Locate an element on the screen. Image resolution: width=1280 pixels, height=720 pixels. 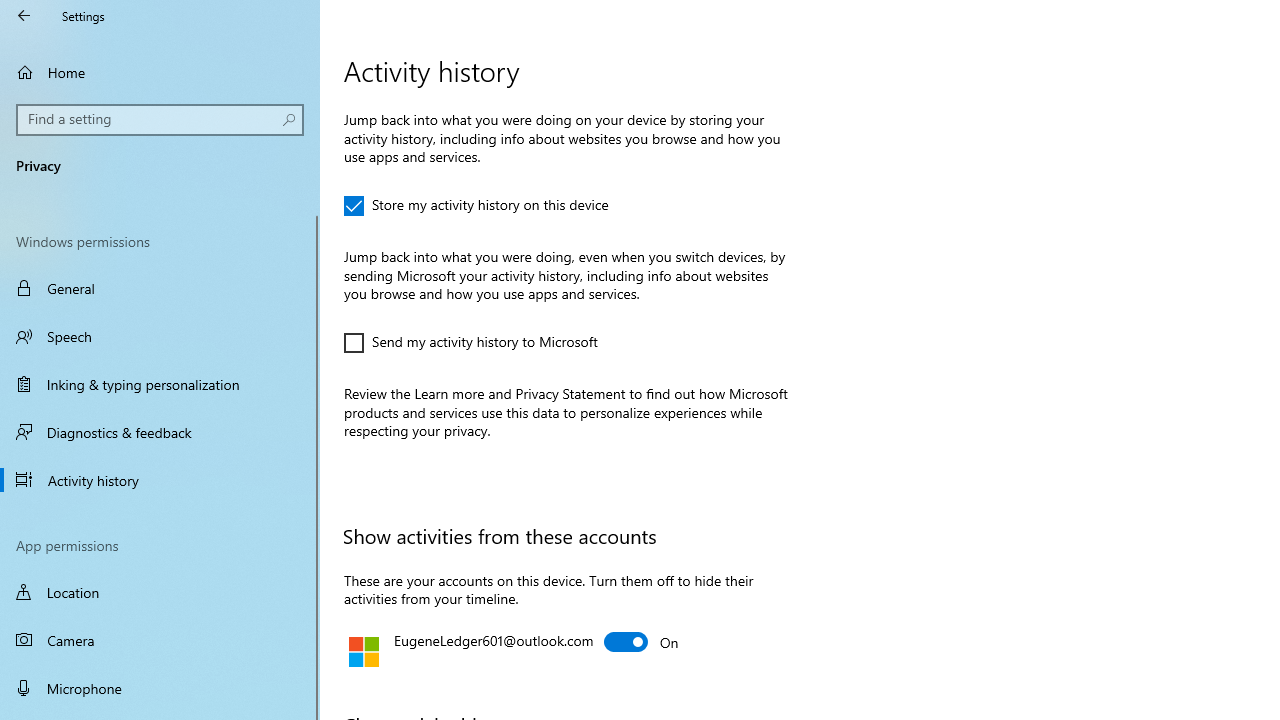
'Location' is located at coordinates (160, 591).